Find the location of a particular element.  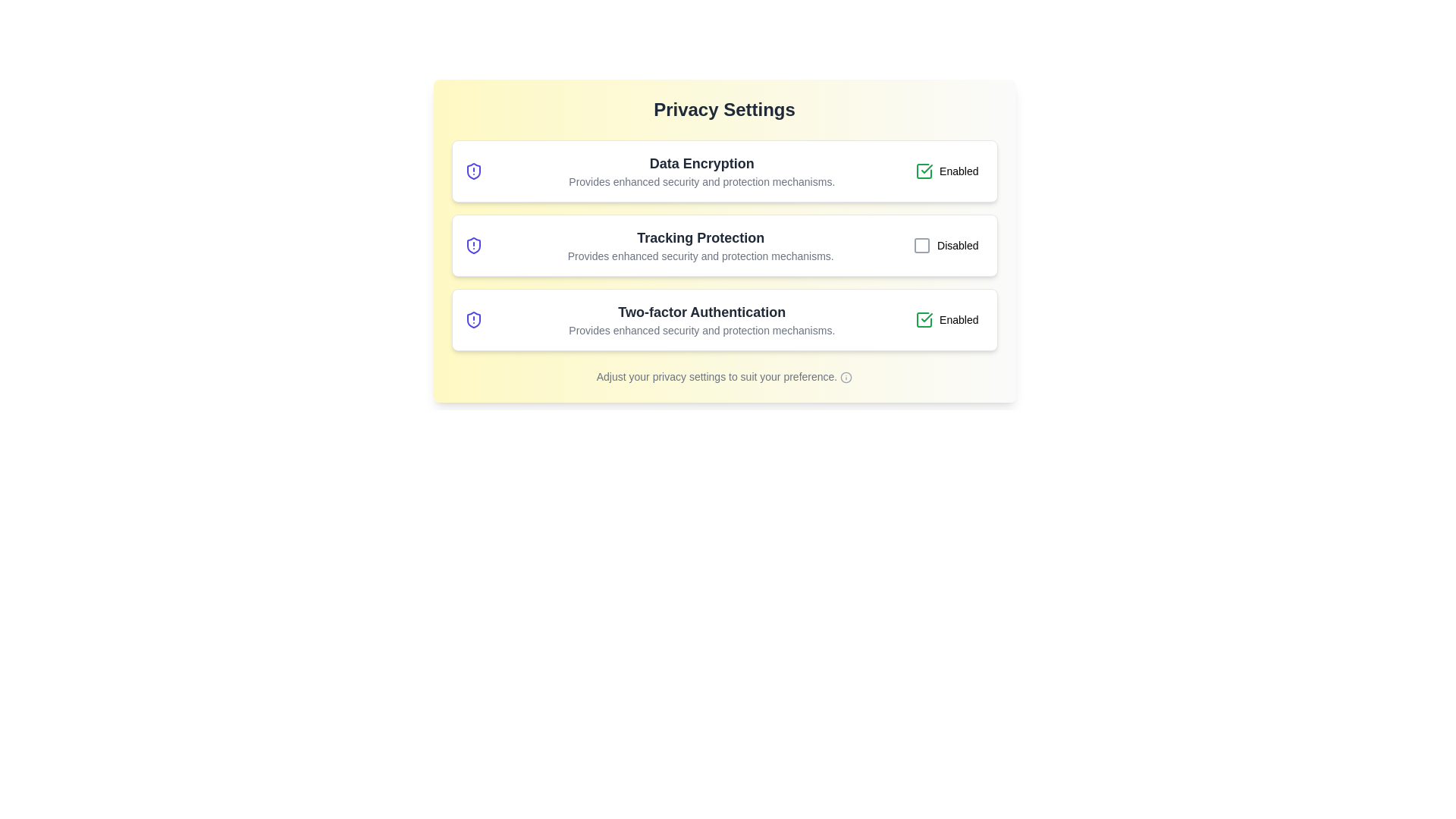

the green checkmark icon indicating a completed state in the 'Data Encryption' row of the 'Privacy Settings' panel is located at coordinates (926, 169).